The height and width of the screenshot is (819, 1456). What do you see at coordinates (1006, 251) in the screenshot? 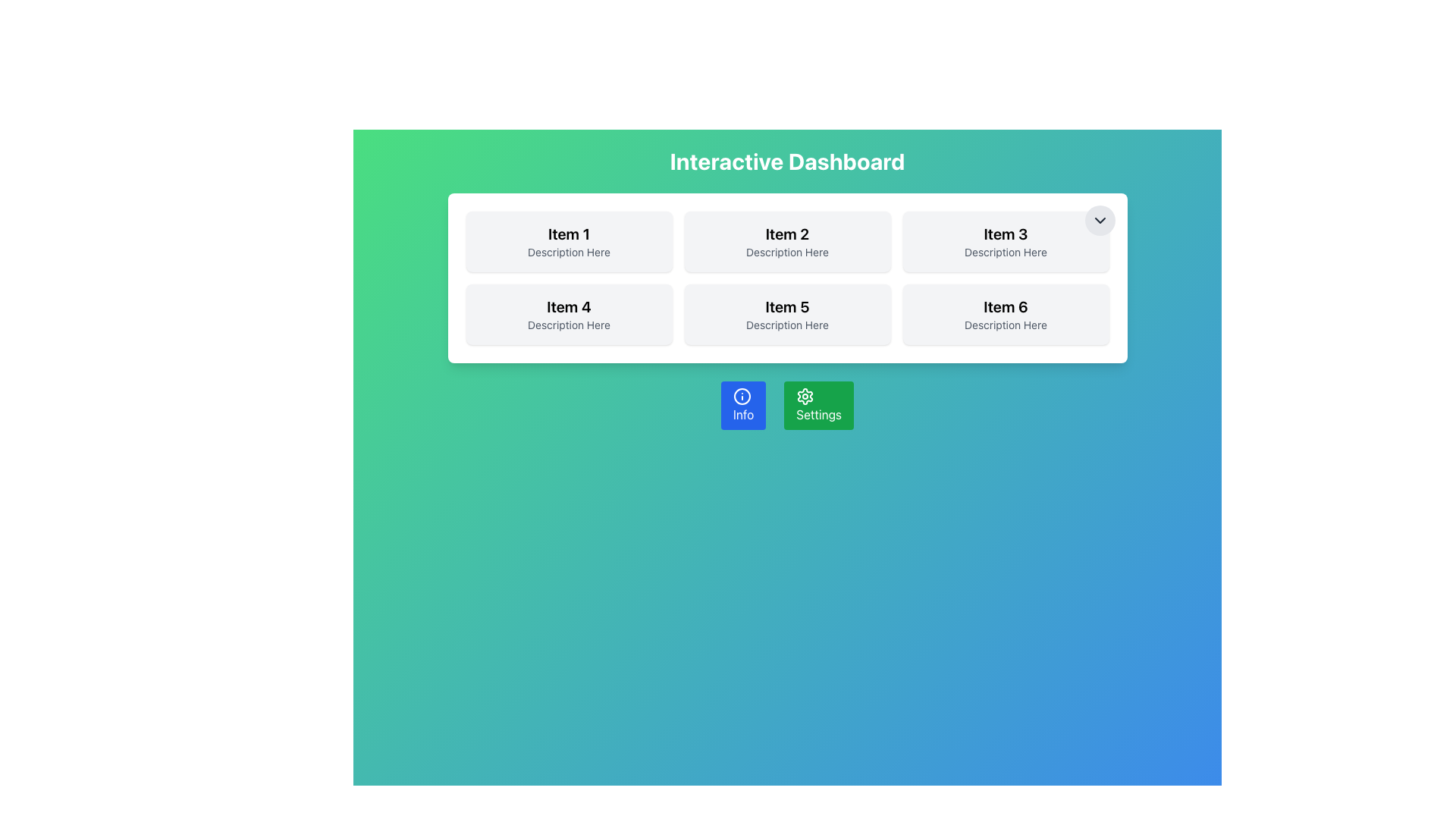
I see `the text label displaying 'Description Here', which is located below the 'Item 3' header in the upper-right card of the interface` at bounding box center [1006, 251].